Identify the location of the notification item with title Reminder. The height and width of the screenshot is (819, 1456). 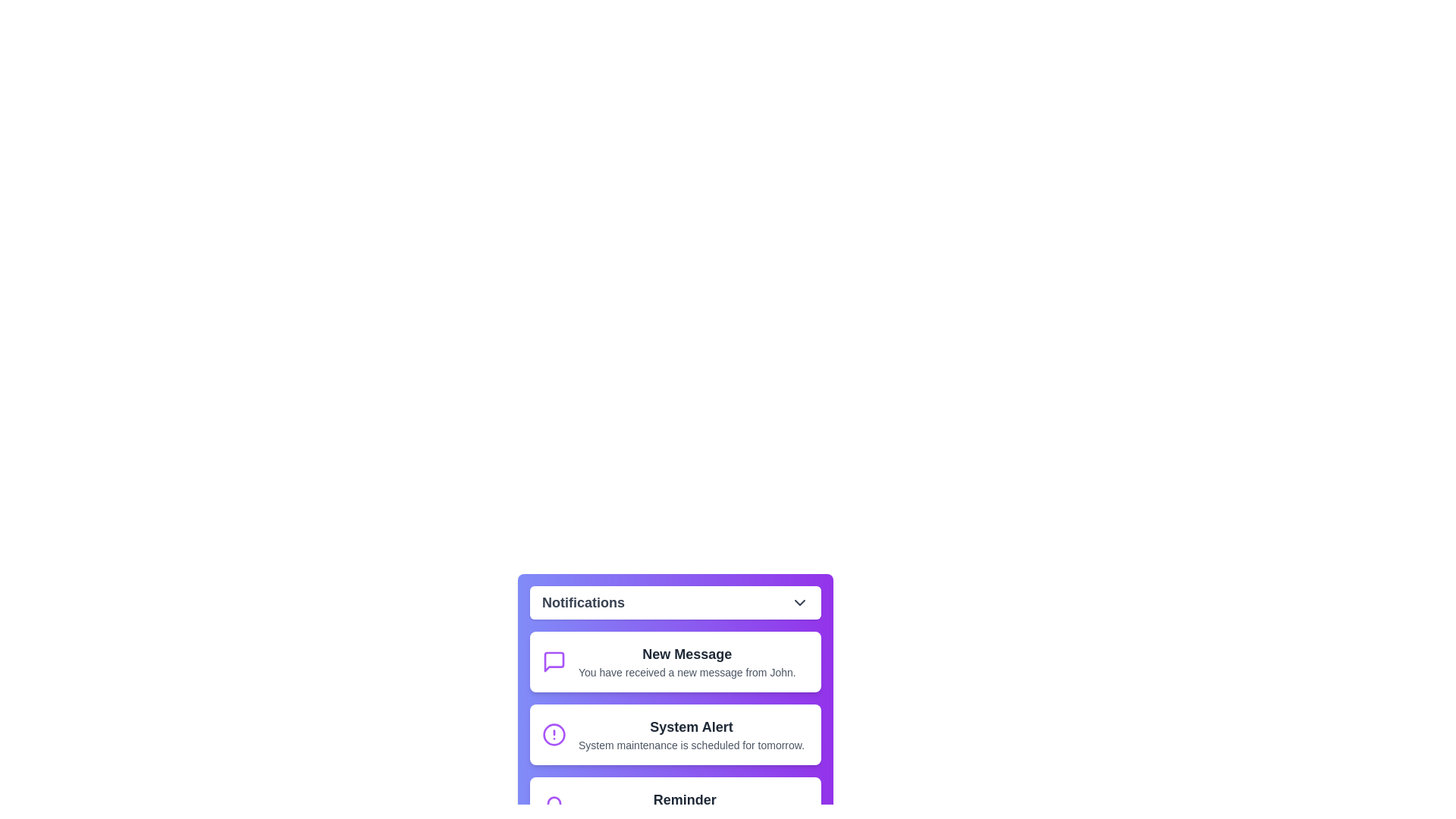
(675, 806).